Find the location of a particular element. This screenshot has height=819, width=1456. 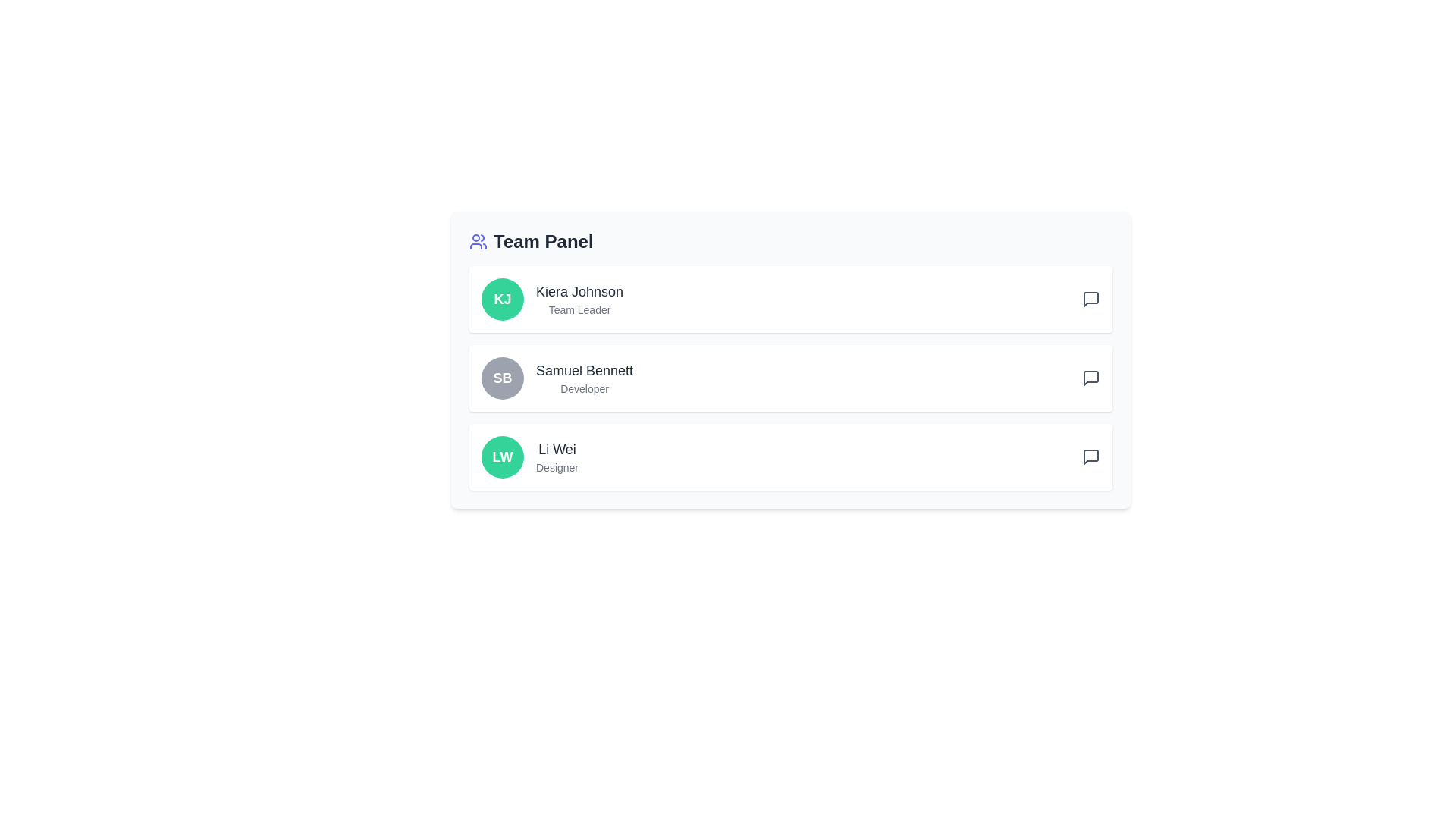

the circular Avatar placeholder with gray background and initials 'SB' located to the left of 'Samuel Bennett' and 'Developer' is located at coordinates (502, 377).